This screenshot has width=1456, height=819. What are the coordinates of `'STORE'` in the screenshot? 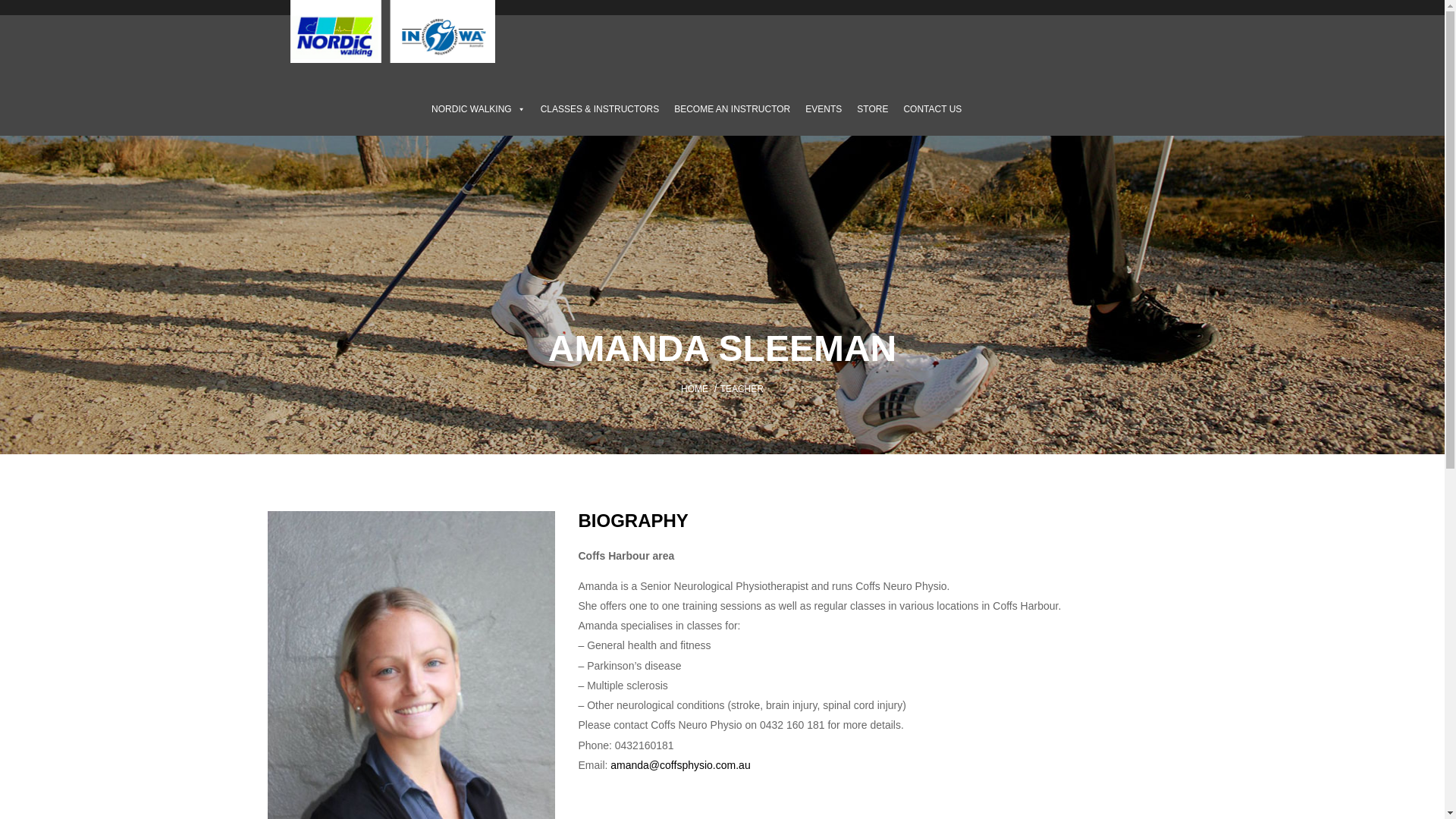 It's located at (848, 108).